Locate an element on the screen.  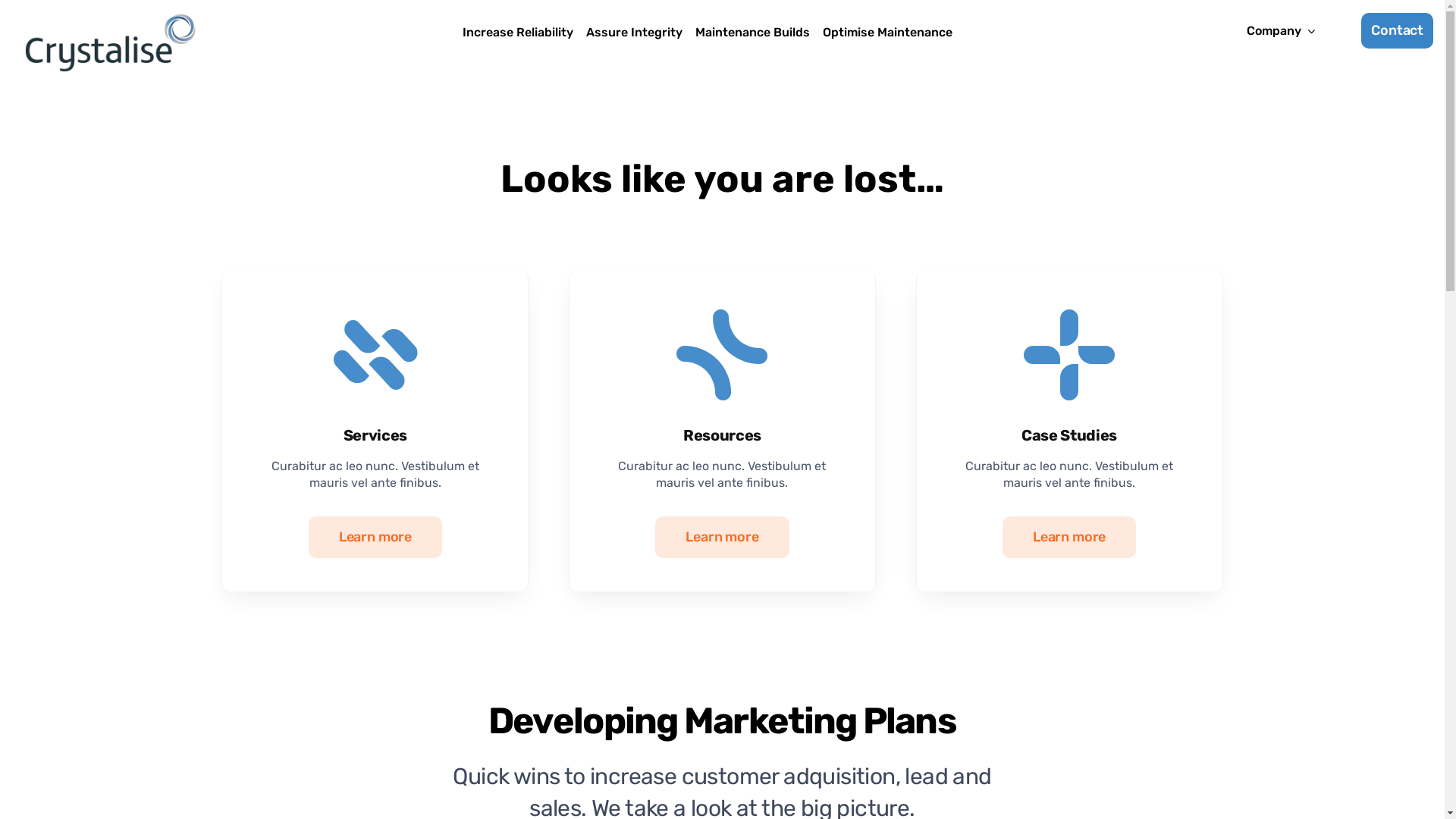
'Assure Integrity' is located at coordinates (581, 33).